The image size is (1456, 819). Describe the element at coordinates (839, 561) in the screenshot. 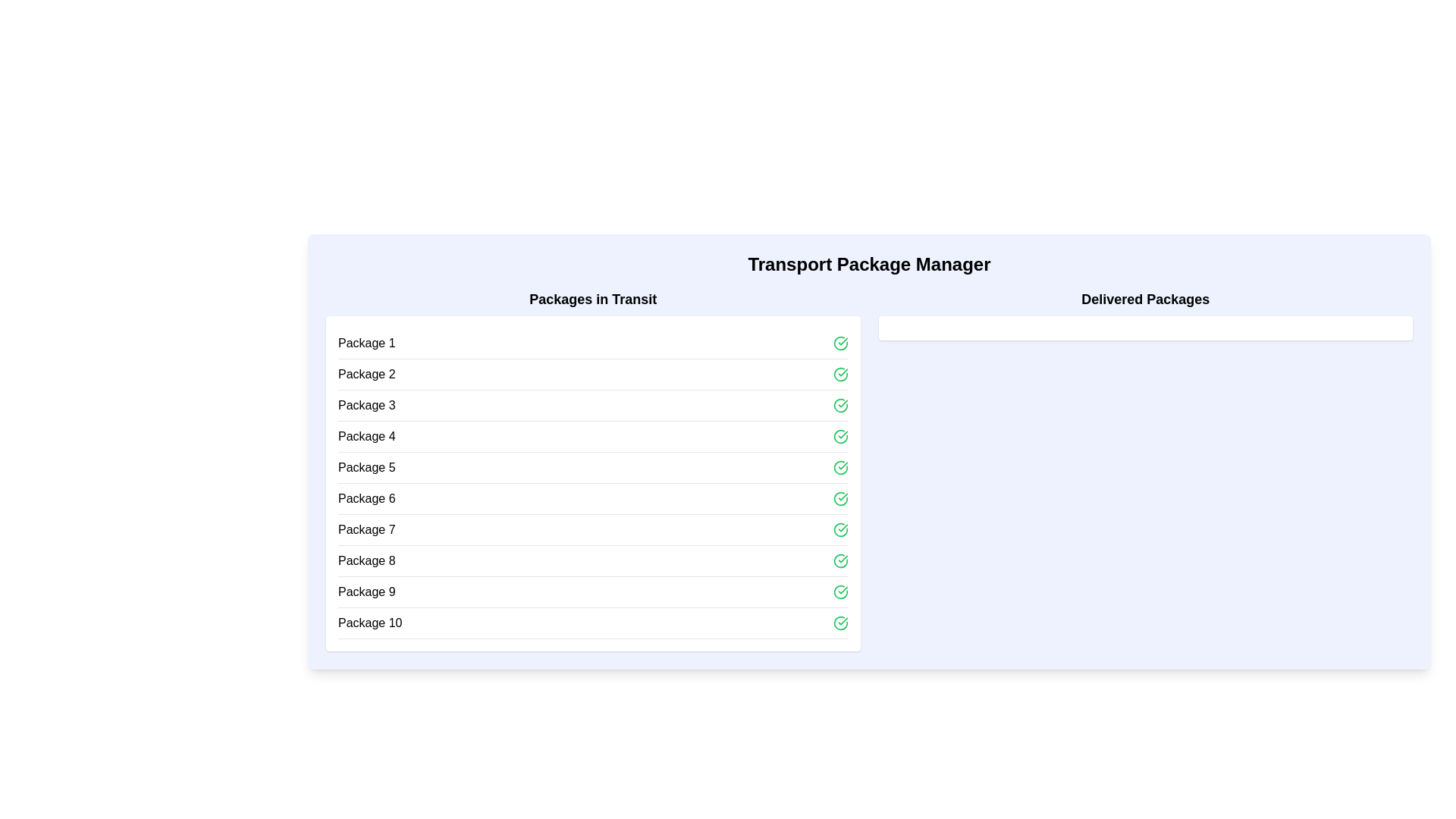

I see `the circular icon element representing a partial circle or arc associated with 'Package 8' from the 'Packages in Transit' group` at that location.